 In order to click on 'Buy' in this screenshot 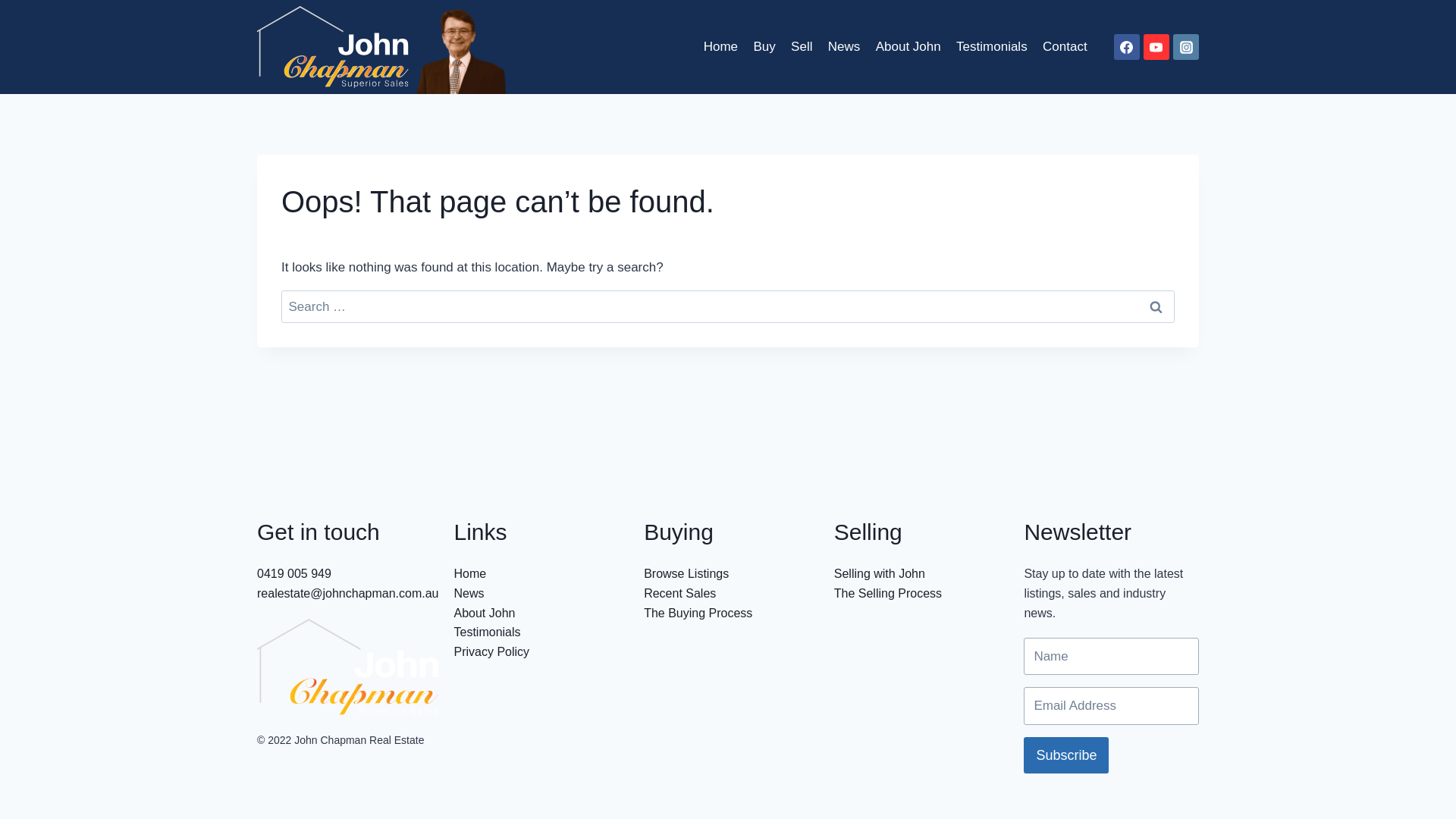, I will do `click(764, 45)`.